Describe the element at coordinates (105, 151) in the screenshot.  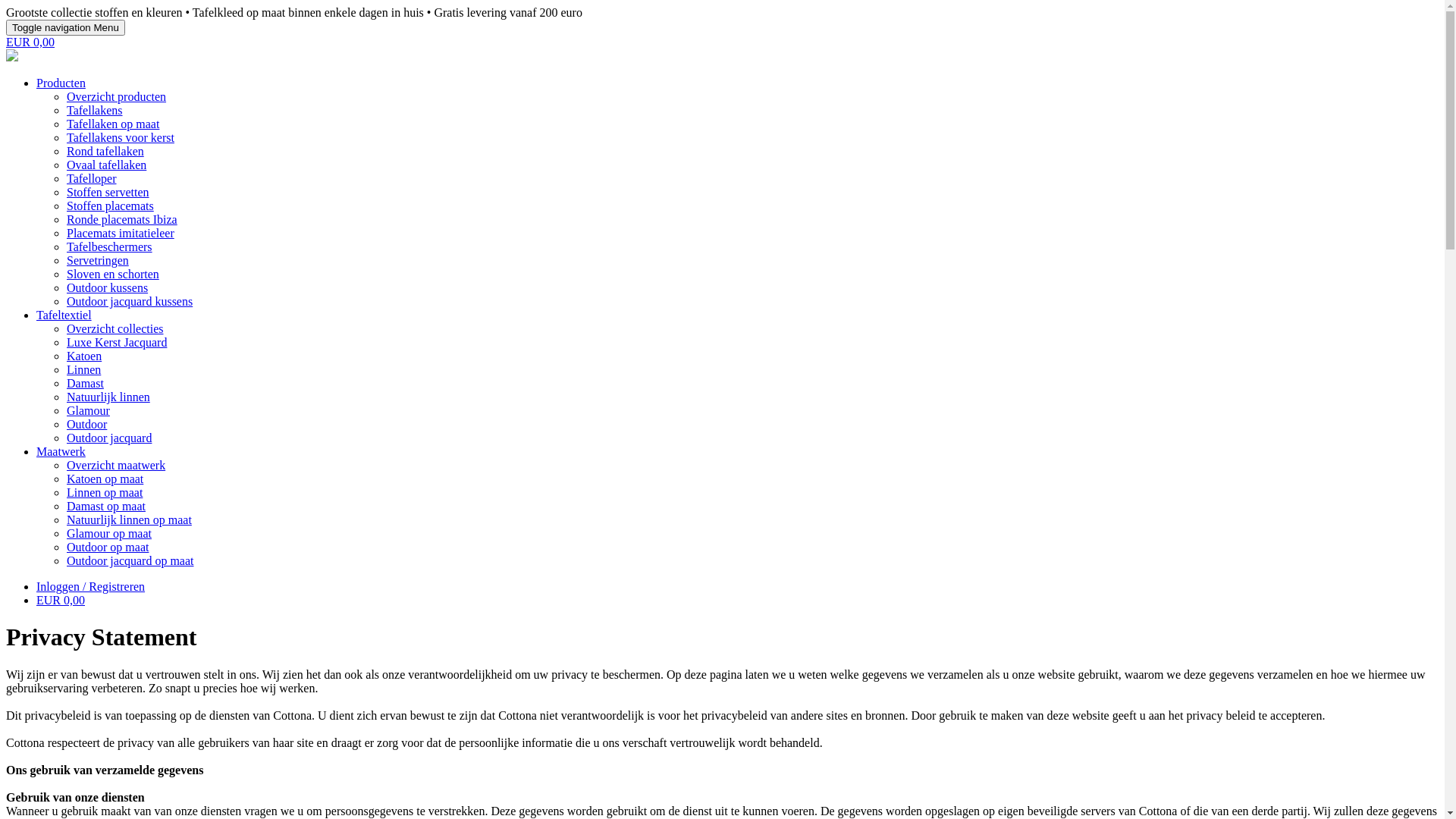
I see `'Rond tafellaken'` at that location.